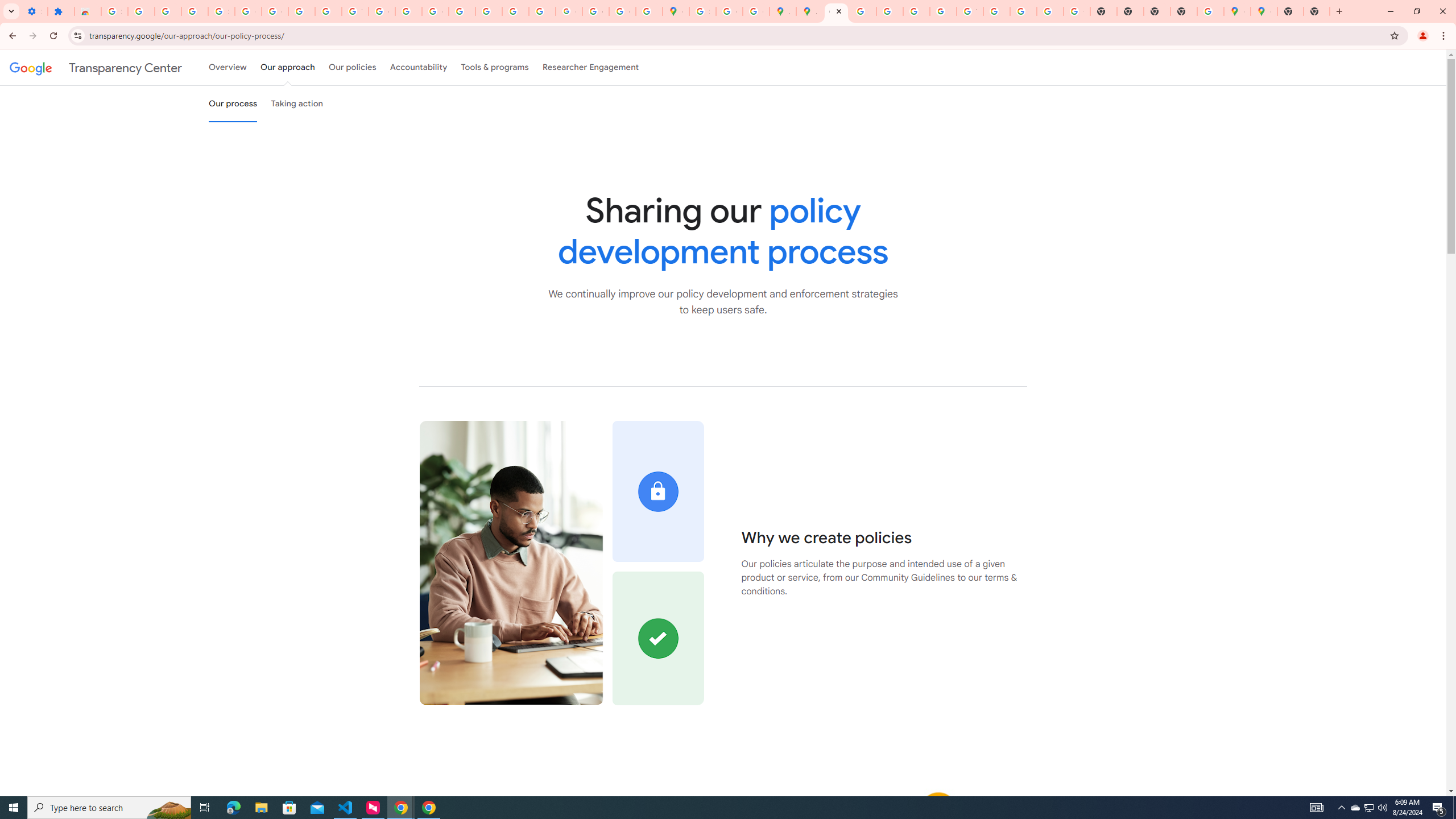 This screenshot has height=819, width=1456. I want to click on 'Google Account Help', so click(274, 11).